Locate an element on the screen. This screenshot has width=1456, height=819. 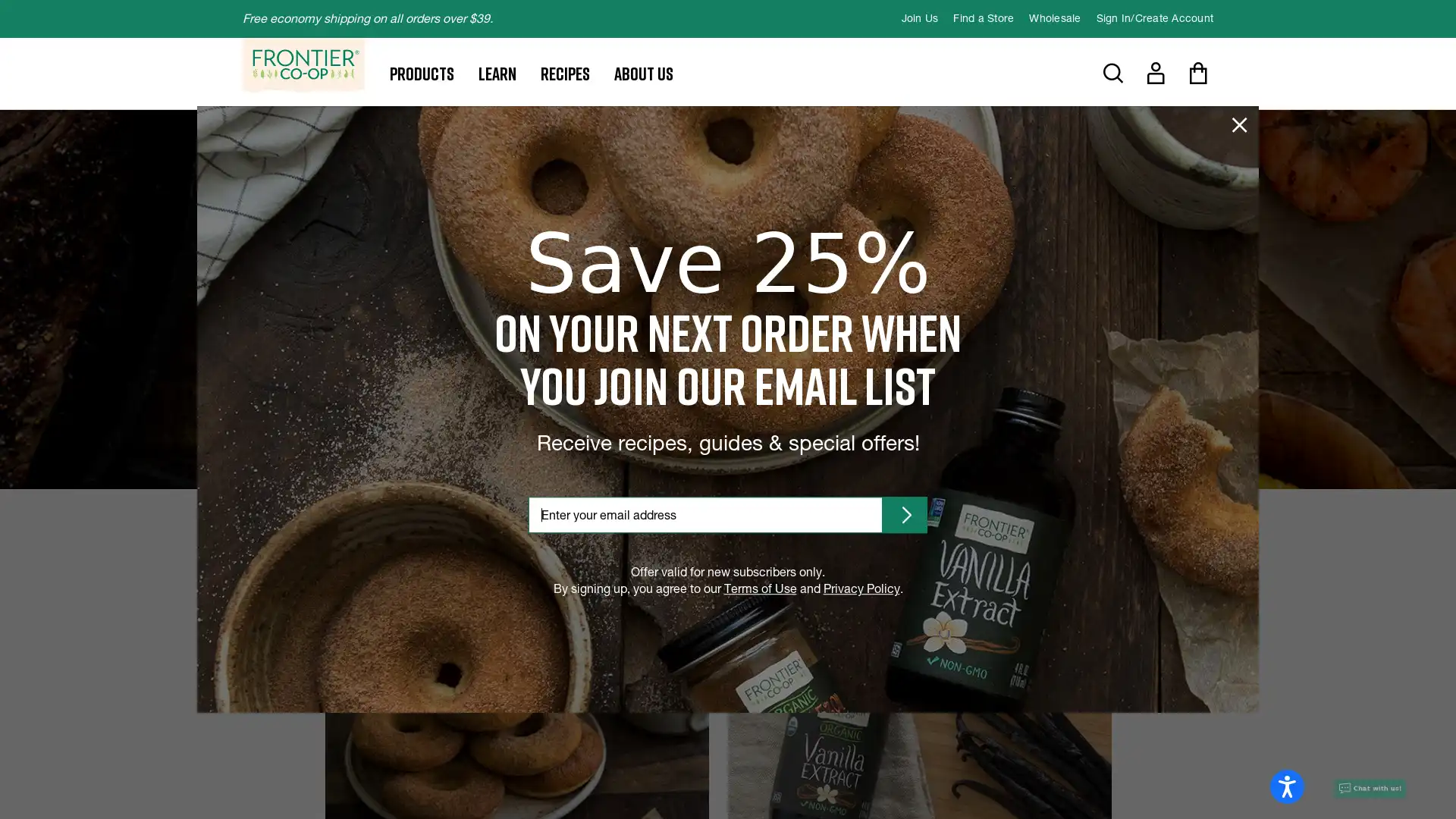
About Us is located at coordinates (644, 73).